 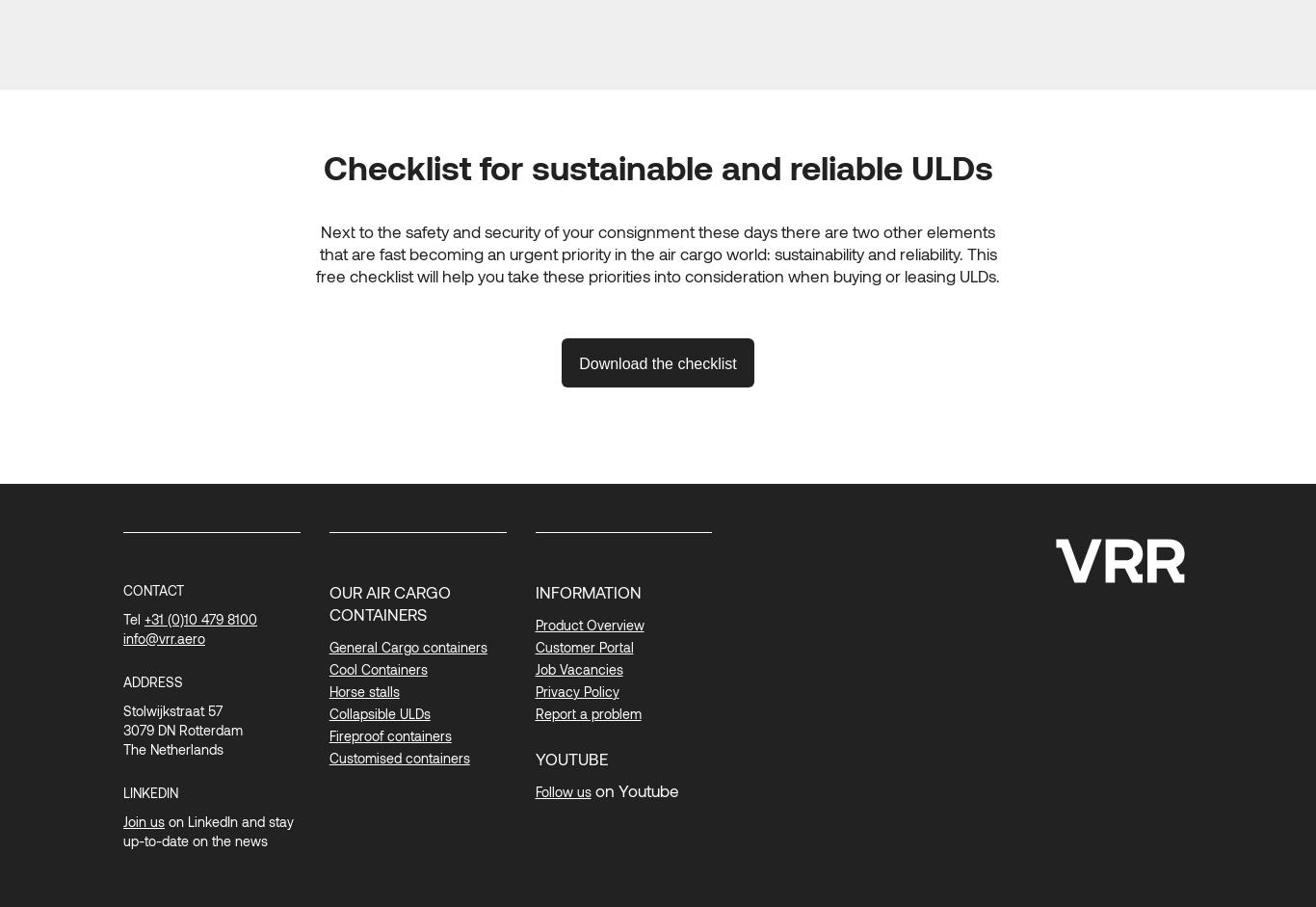 What do you see at coordinates (377, 668) in the screenshot?
I see `'Cool Containers'` at bounding box center [377, 668].